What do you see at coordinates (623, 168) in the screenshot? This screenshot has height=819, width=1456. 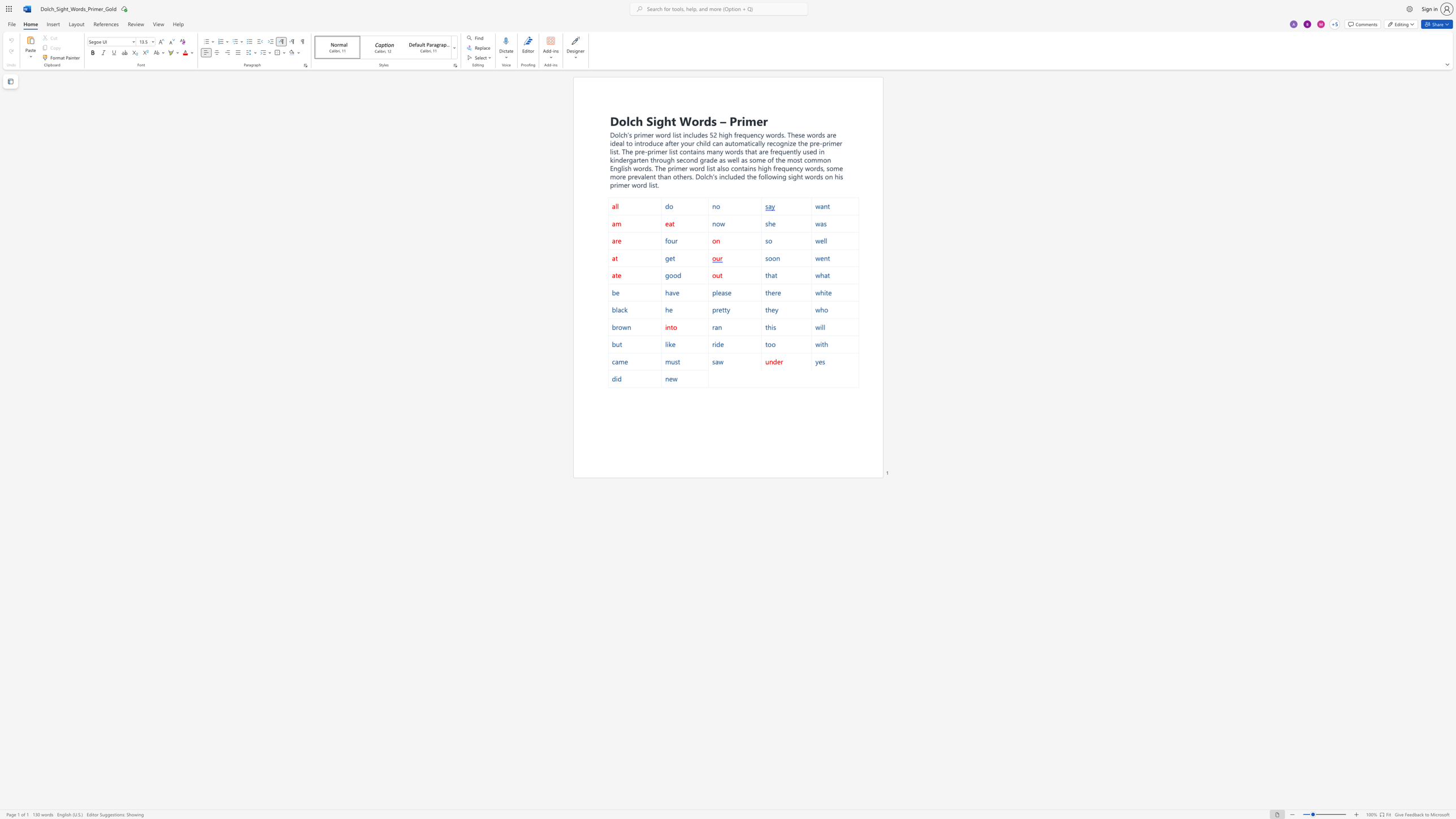 I see `the 3th character "i" in the text` at bounding box center [623, 168].